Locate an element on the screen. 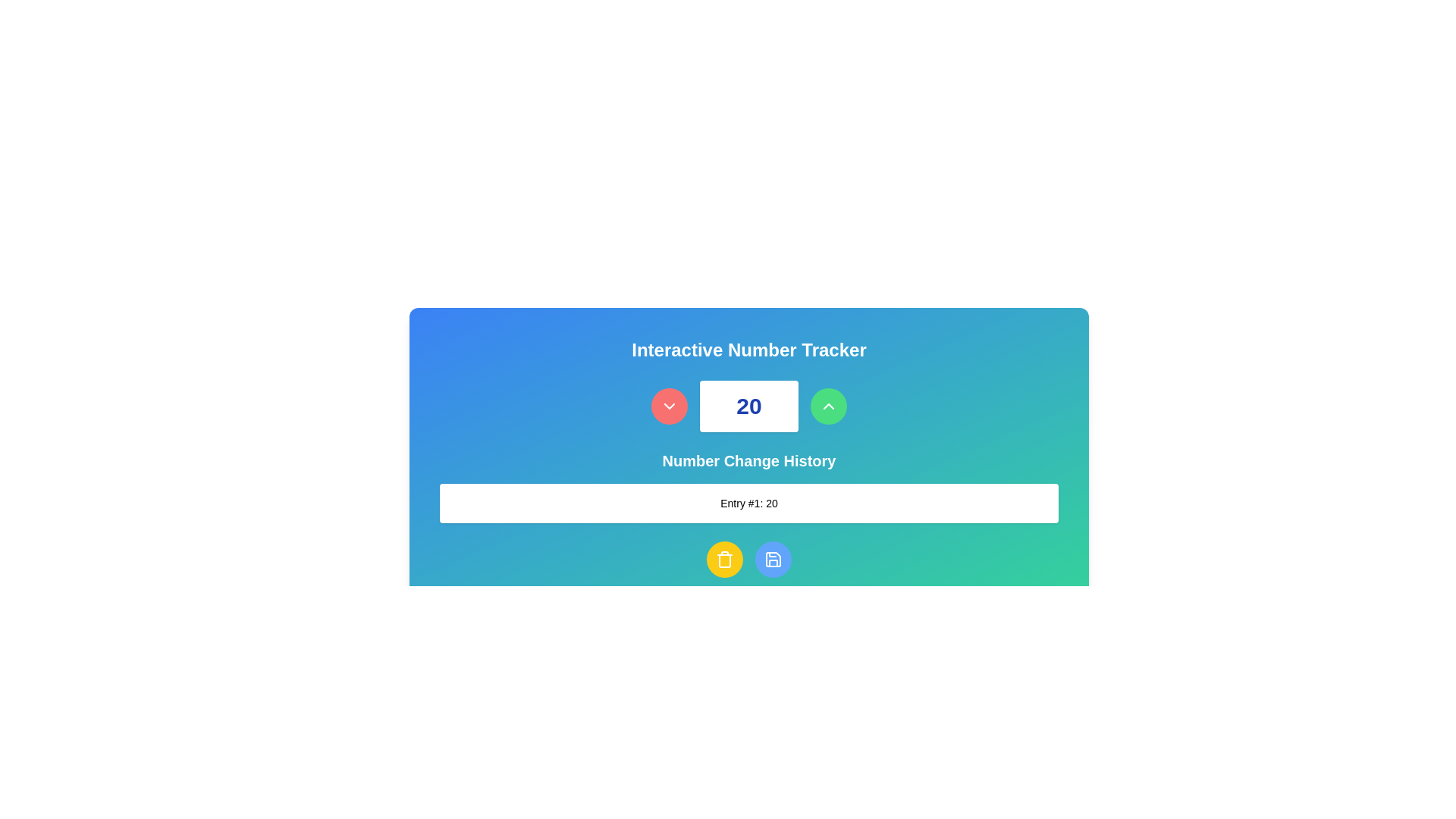  the delete button located at the center-bottom of the interface, which is the first button among its siblings and is next to a circular button with a blue background and a save icon is located at coordinates (723, 559).